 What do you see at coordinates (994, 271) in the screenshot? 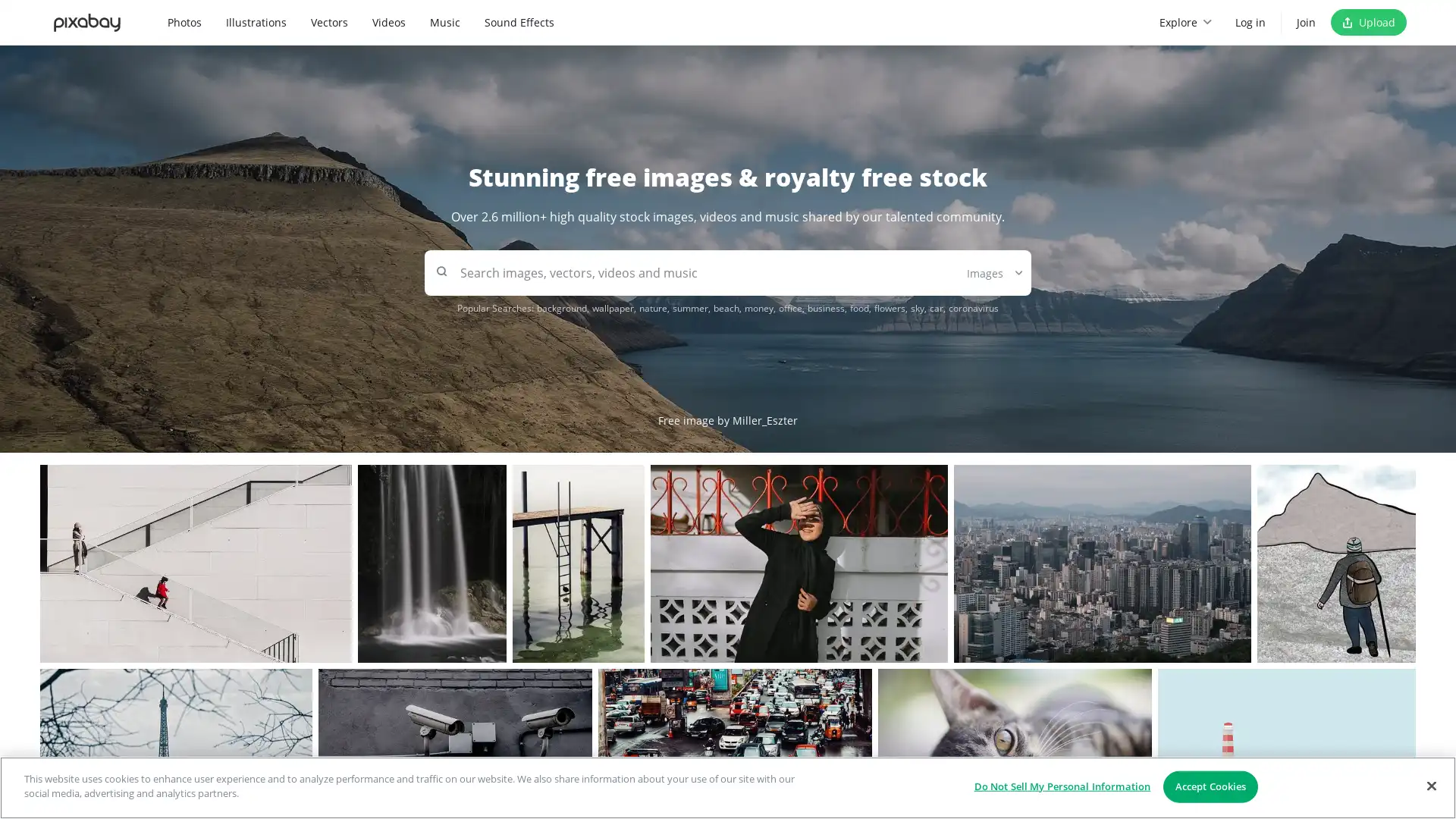
I see `Images` at bounding box center [994, 271].